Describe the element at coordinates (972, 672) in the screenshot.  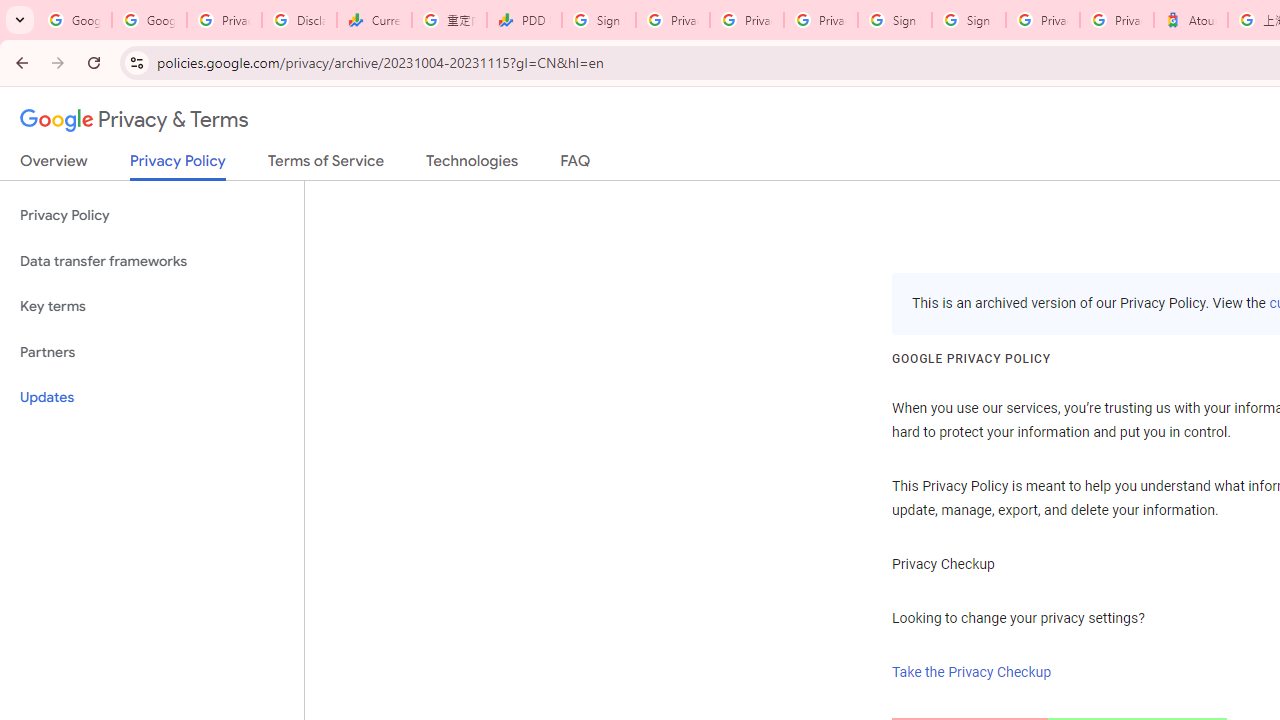
I see `'Take the Privacy Checkup'` at that location.